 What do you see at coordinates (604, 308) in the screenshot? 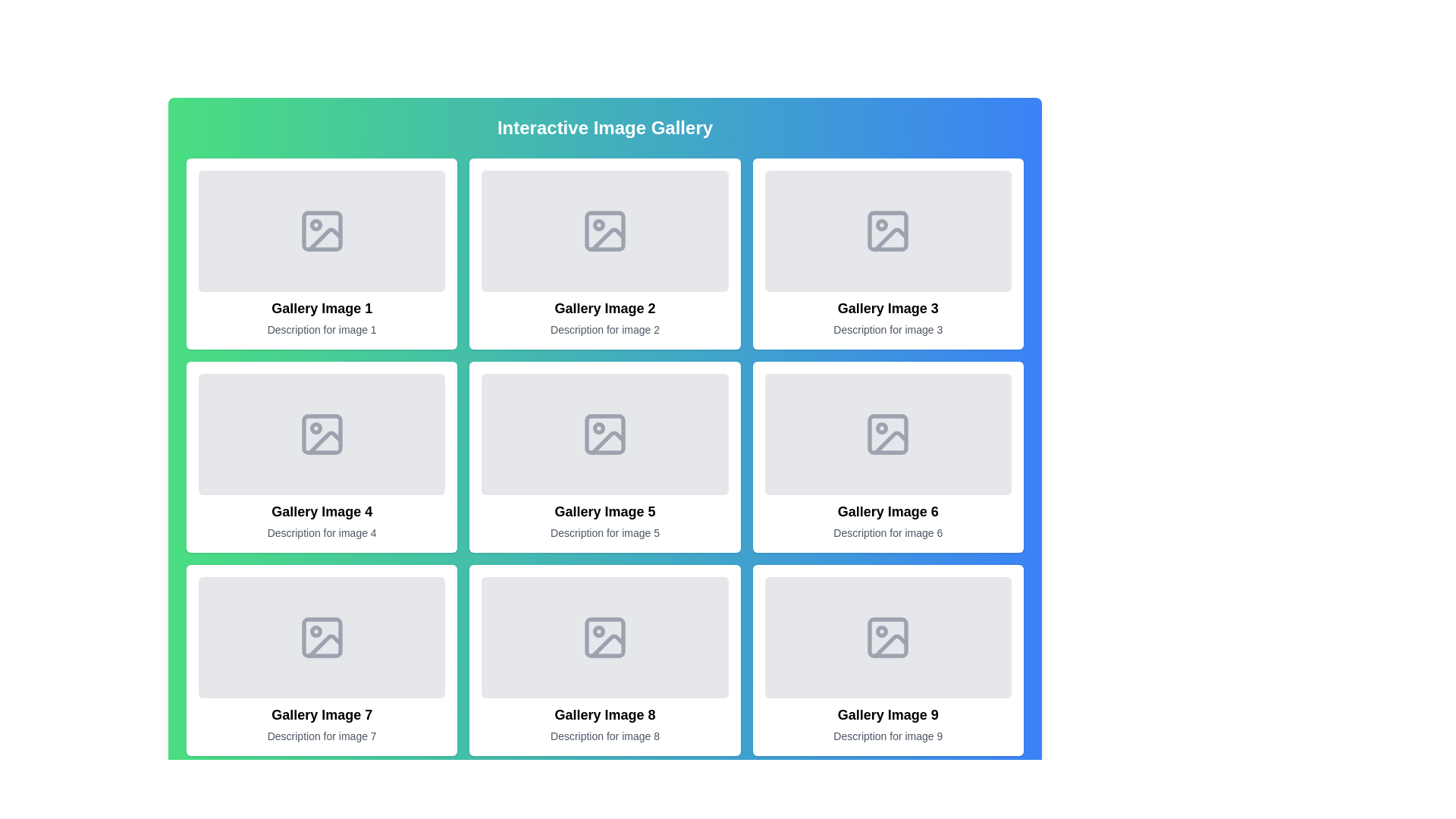
I see `text label displaying 'Gallery Image 2' located in the middle column of the first row in the gallery grid layout` at bounding box center [604, 308].